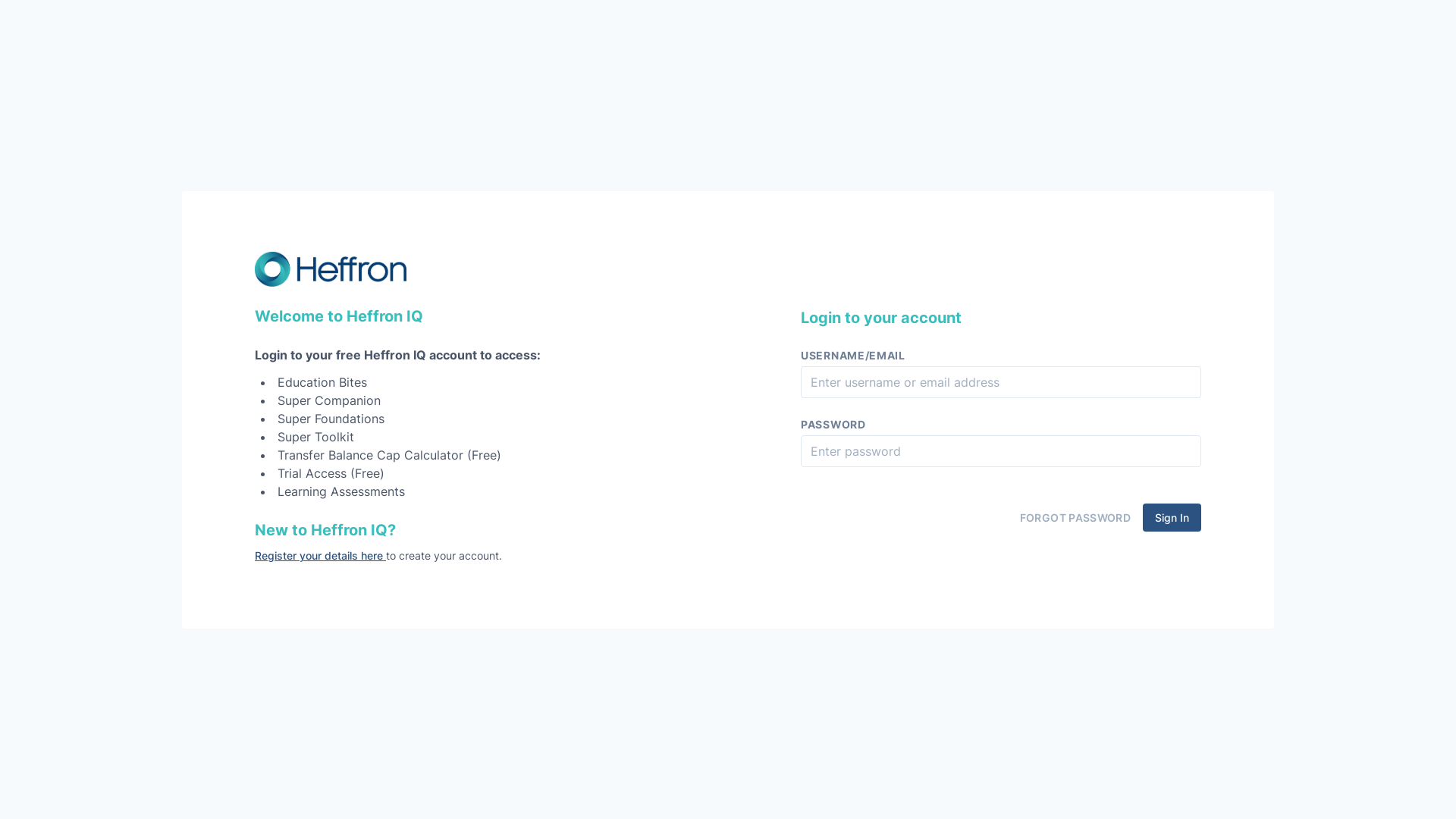  Describe the element at coordinates (1074, 516) in the screenshot. I see `'FORGOT PASSWORD'` at that location.